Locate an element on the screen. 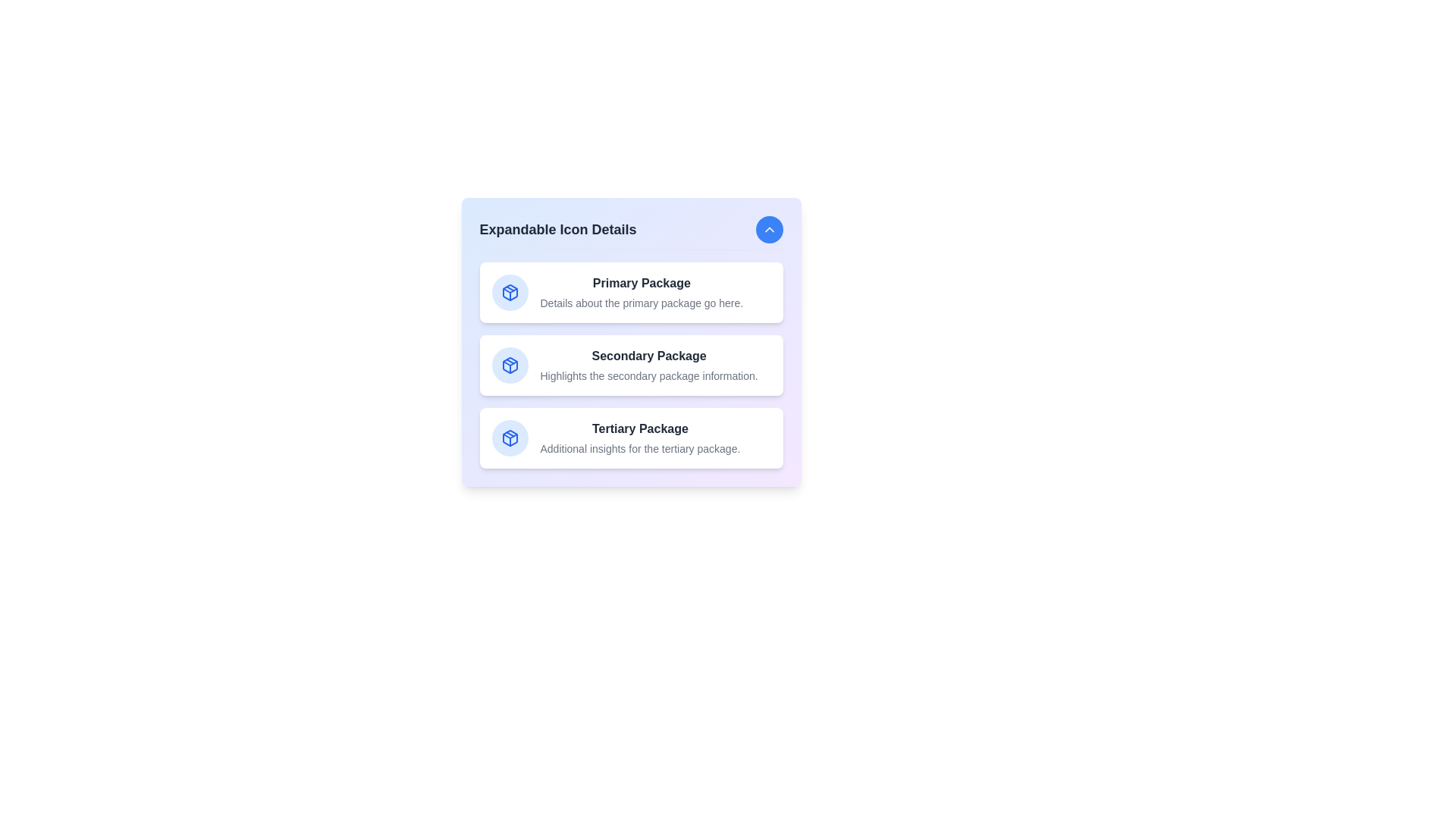  the middle block of the secondary package description located below the header 'Expandable Icon Details' is located at coordinates (631, 366).